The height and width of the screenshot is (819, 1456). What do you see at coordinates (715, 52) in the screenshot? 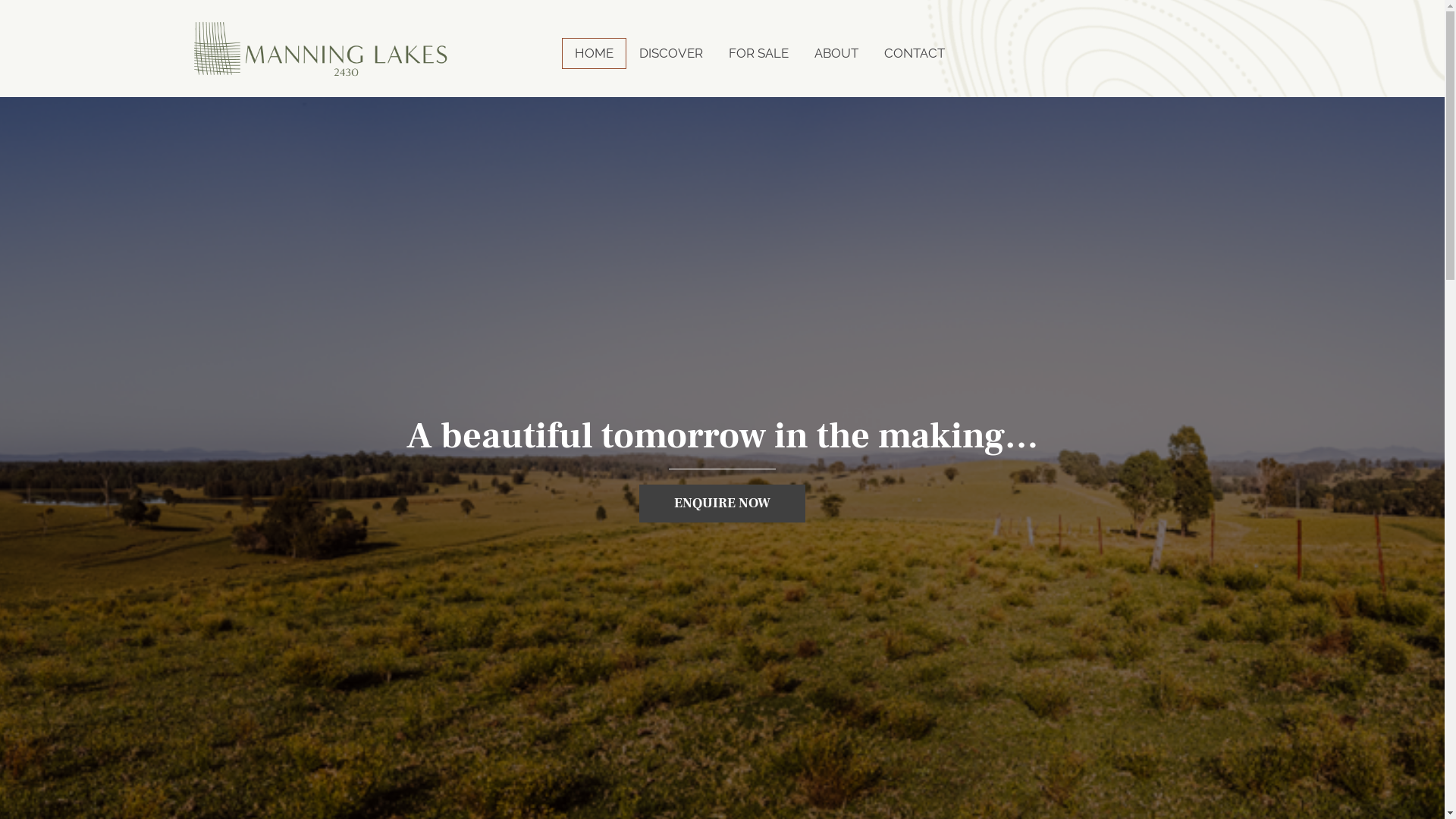
I see `'FOR SALE'` at bounding box center [715, 52].